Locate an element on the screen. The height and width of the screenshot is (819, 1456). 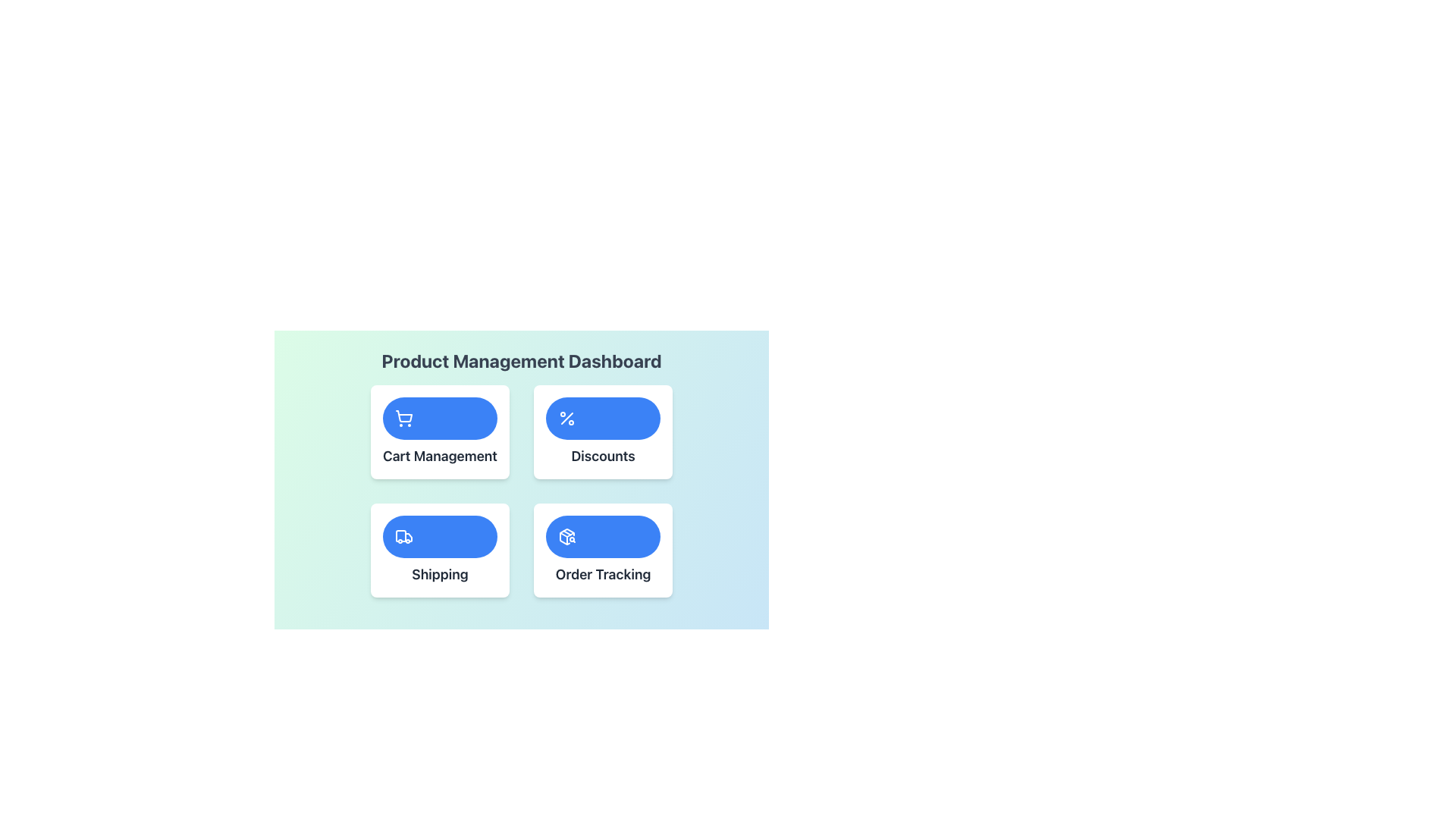
the 'Order Tracking' text label, which is in bold, large gray font at the bottom center of a white rectangular card in the bottom-right corner of the grid layout is located at coordinates (602, 575).